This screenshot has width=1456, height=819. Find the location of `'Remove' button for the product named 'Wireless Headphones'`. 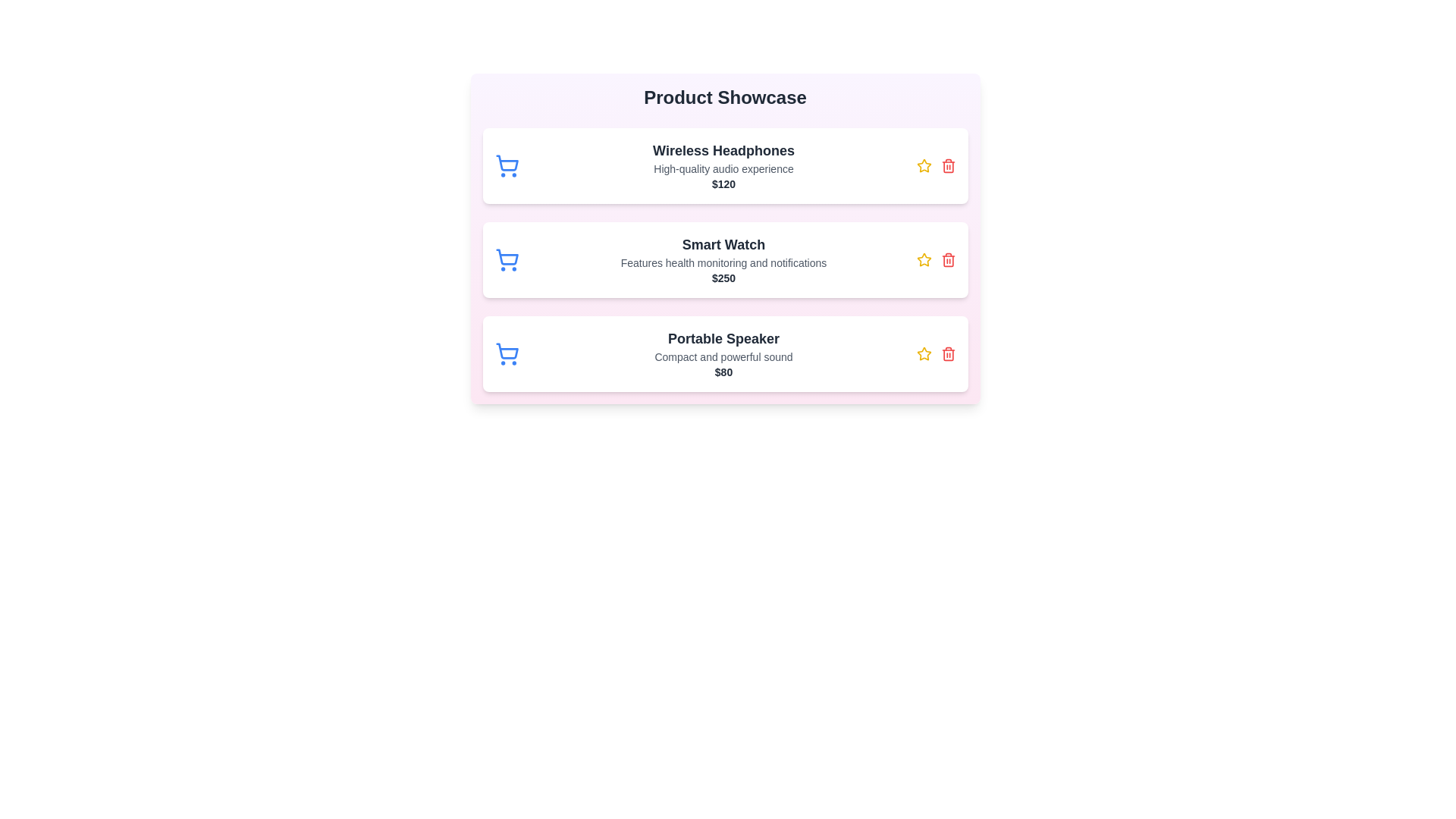

'Remove' button for the product named 'Wireless Headphones' is located at coordinates (947, 166).